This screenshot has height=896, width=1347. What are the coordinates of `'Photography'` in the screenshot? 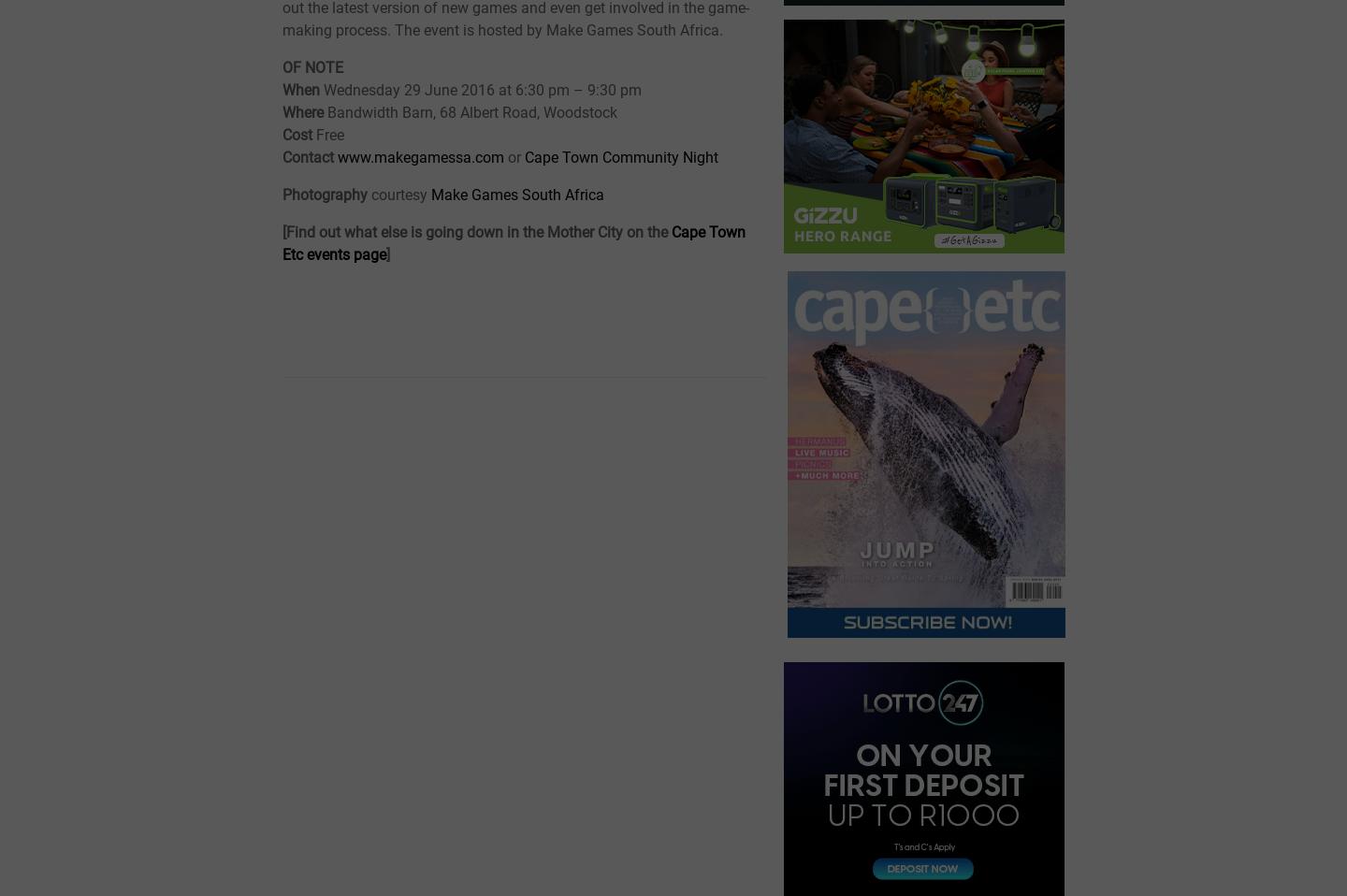 It's located at (326, 193).